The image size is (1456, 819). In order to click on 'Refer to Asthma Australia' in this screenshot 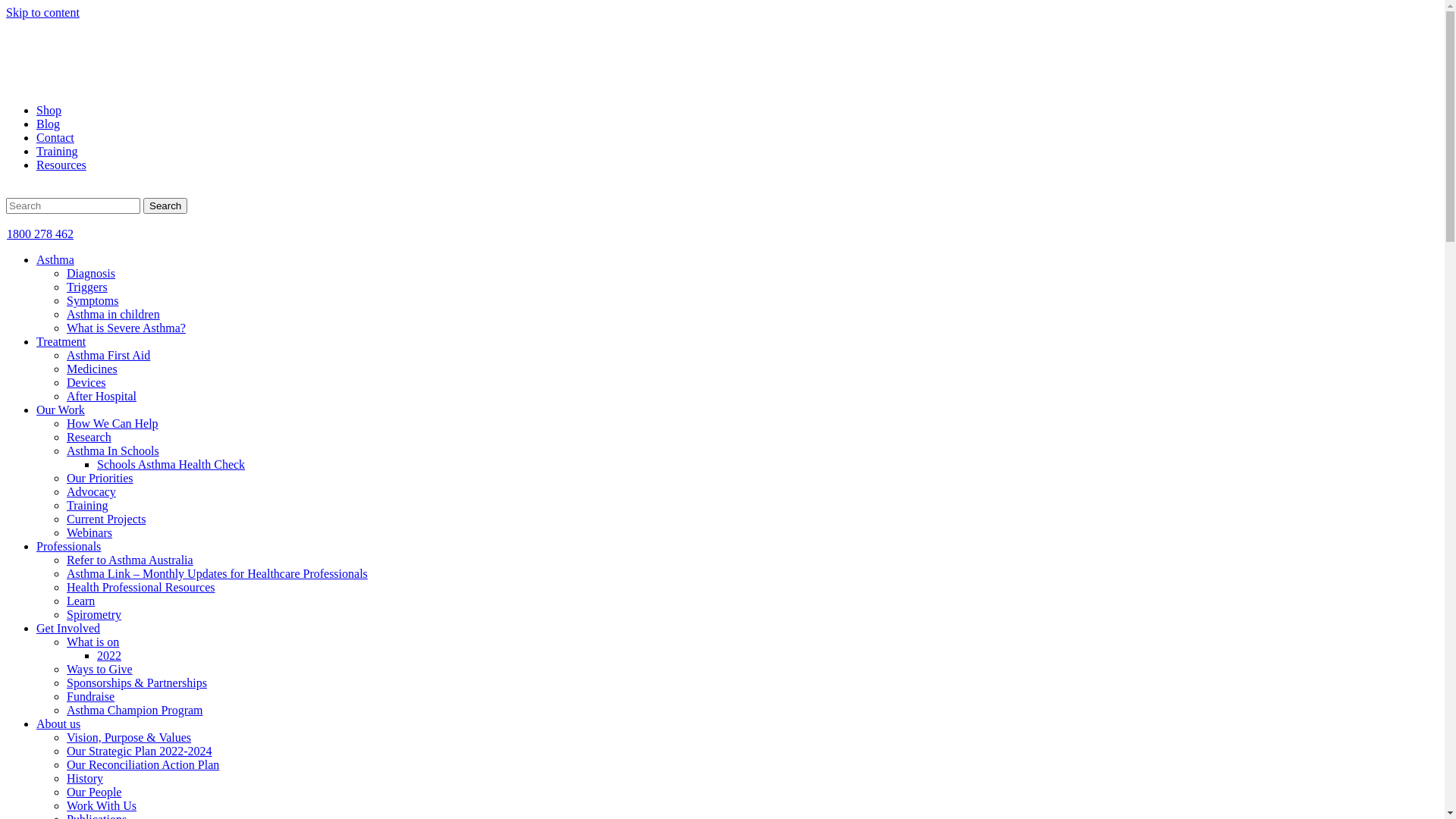, I will do `click(65, 560)`.